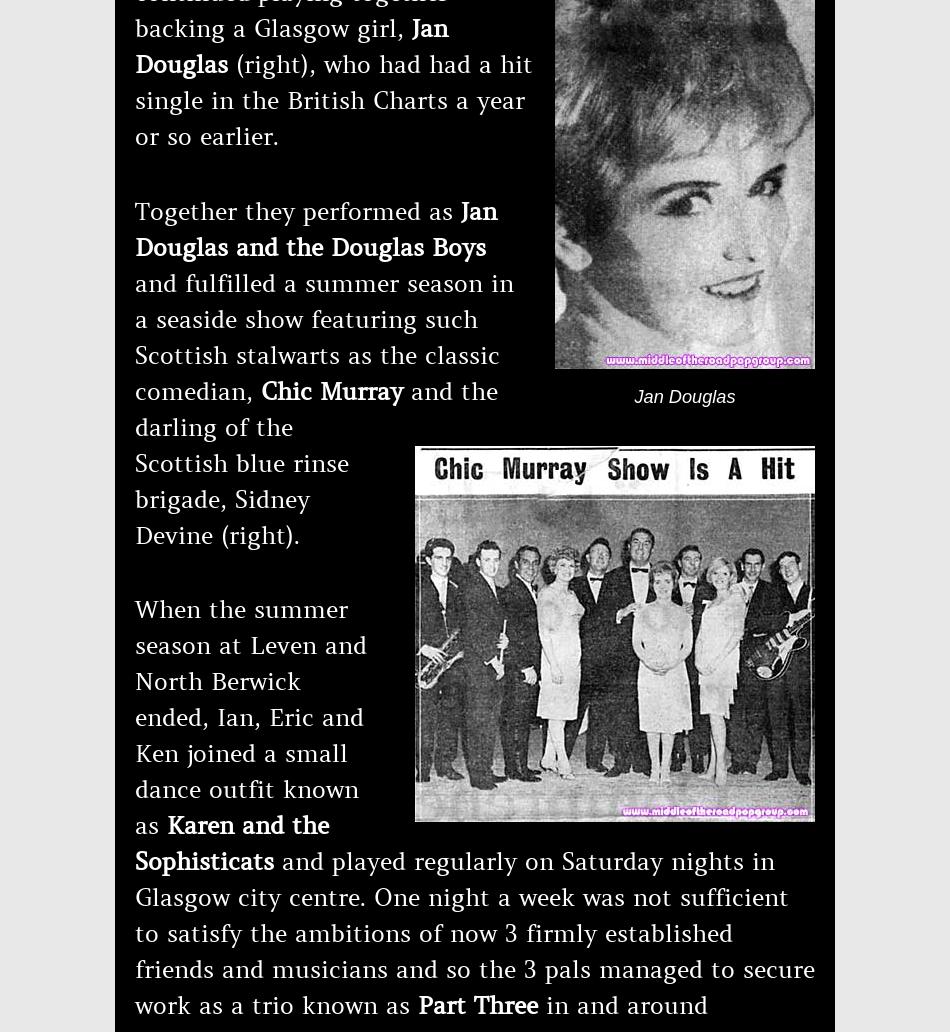 The image size is (950, 1032). What do you see at coordinates (315, 462) in the screenshot?
I see `'and the darling of the Scottish blue rinse brigade, Sidney Devine (right).'` at bounding box center [315, 462].